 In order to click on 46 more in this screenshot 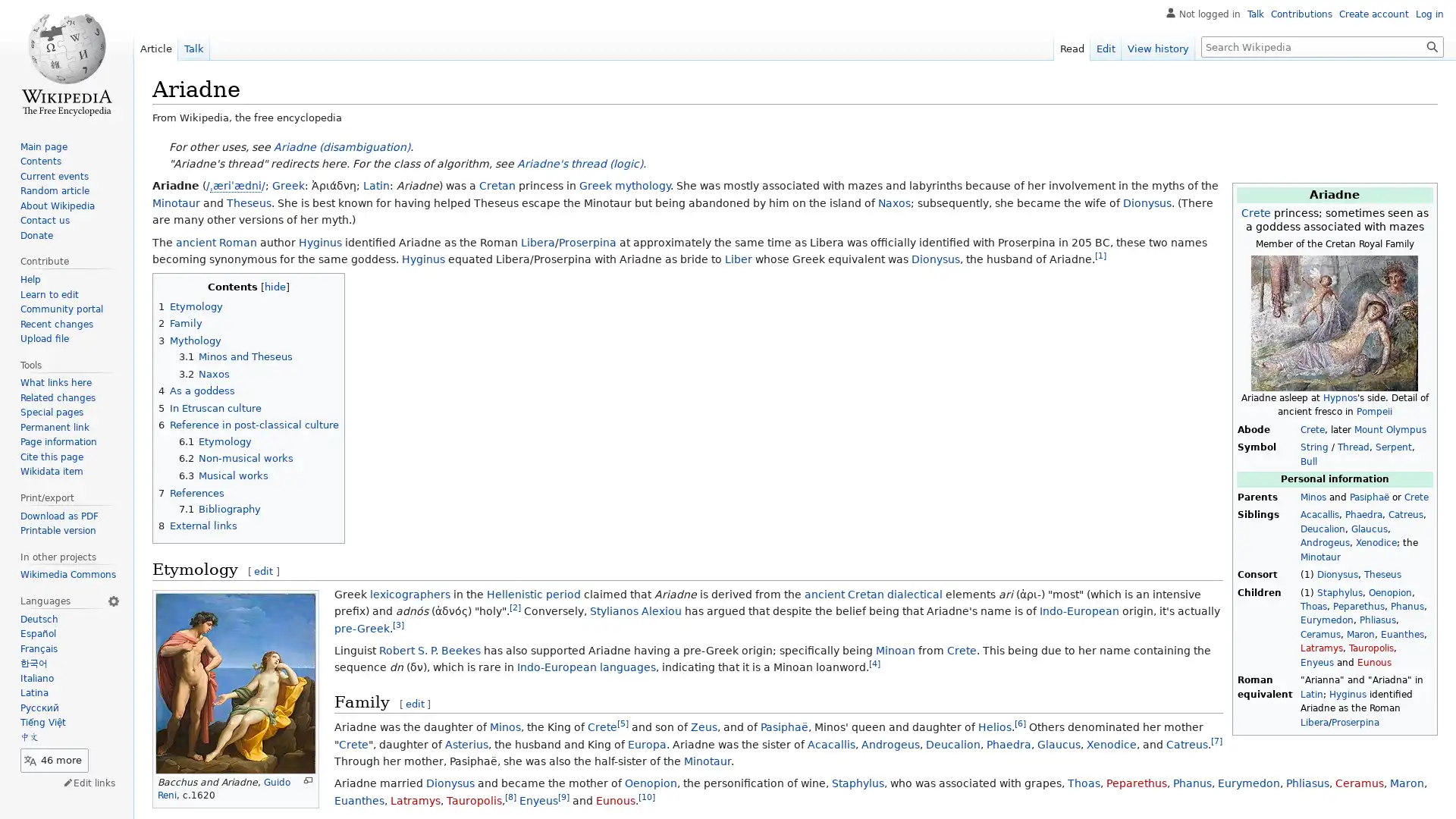, I will do `click(55, 760)`.